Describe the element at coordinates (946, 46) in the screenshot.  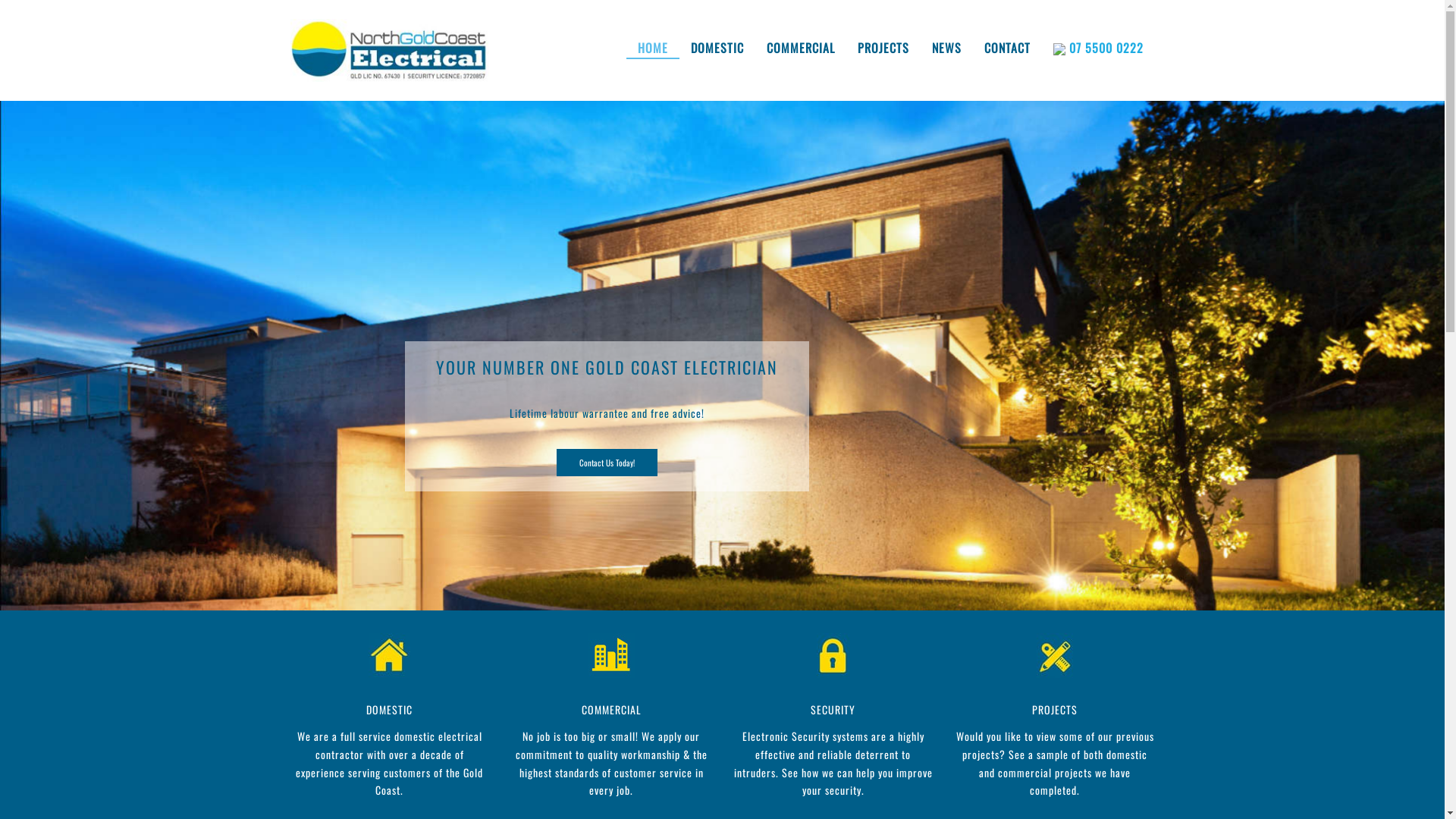
I see `'NEWS'` at that location.